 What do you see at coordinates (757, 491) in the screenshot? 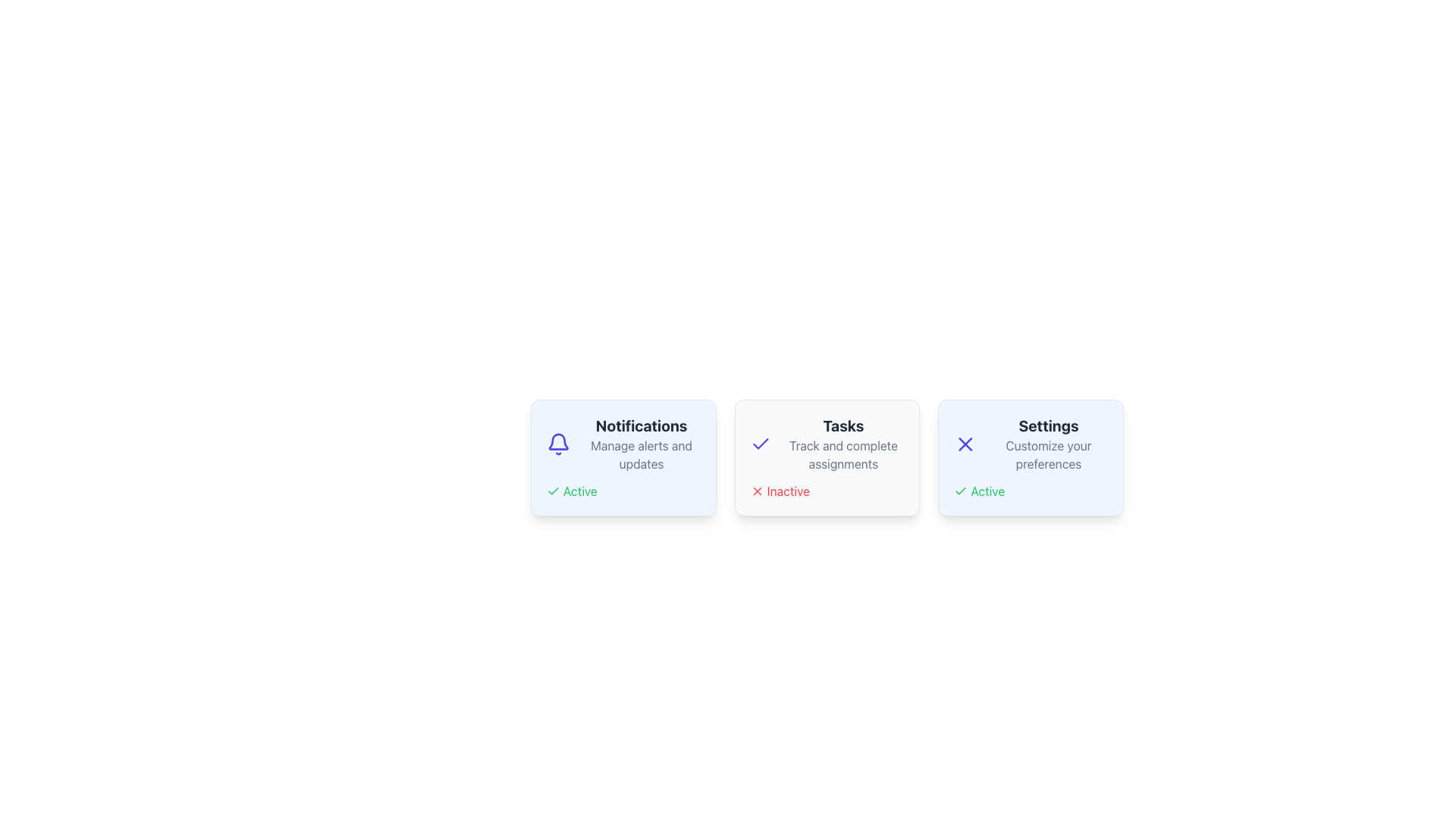
I see `the negative status icon located in the 'Tasks' card, positioned to the left of the word 'Inactive'` at bounding box center [757, 491].